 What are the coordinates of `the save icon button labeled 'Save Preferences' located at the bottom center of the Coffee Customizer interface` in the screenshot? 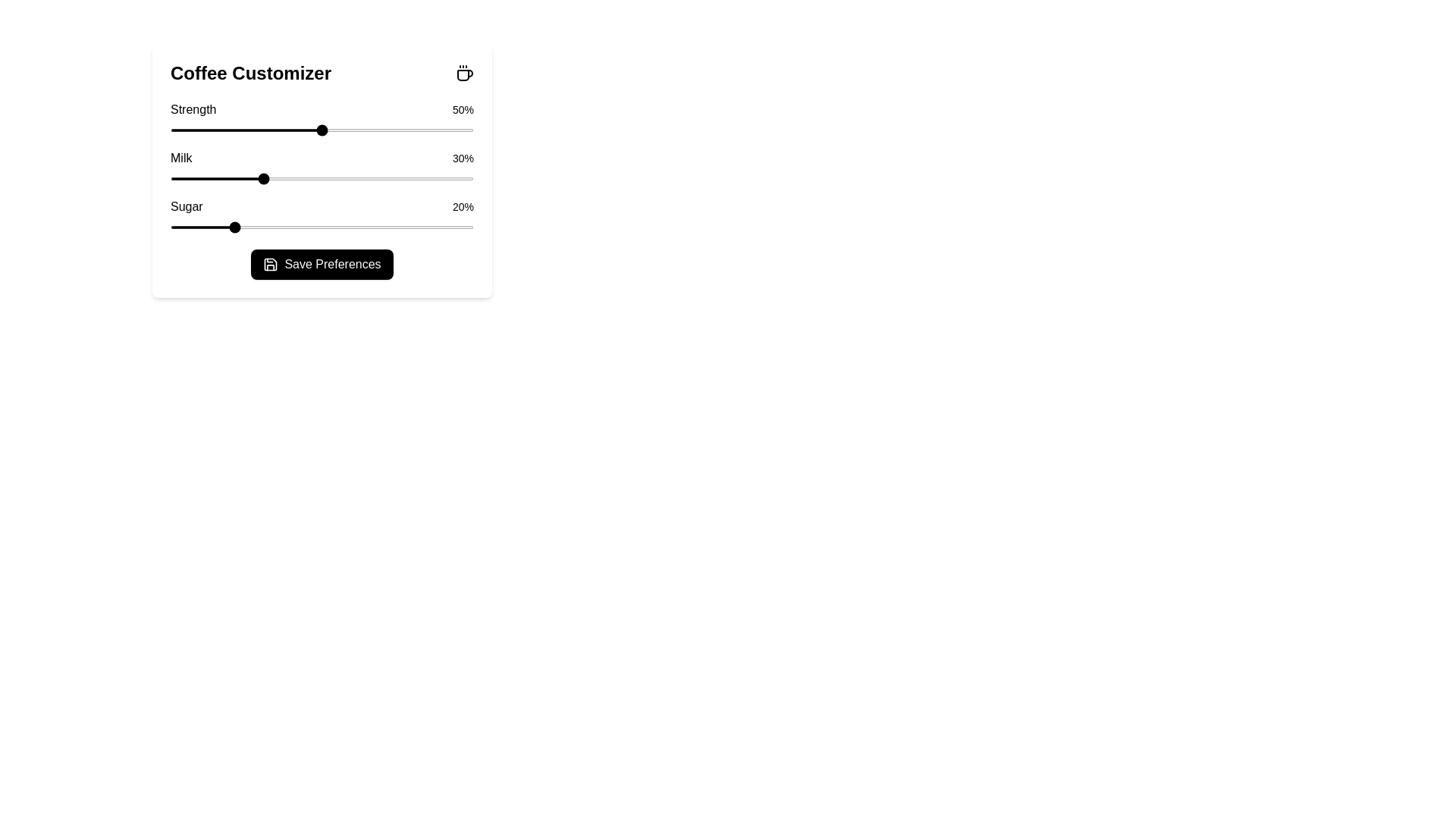 It's located at (271, 263).